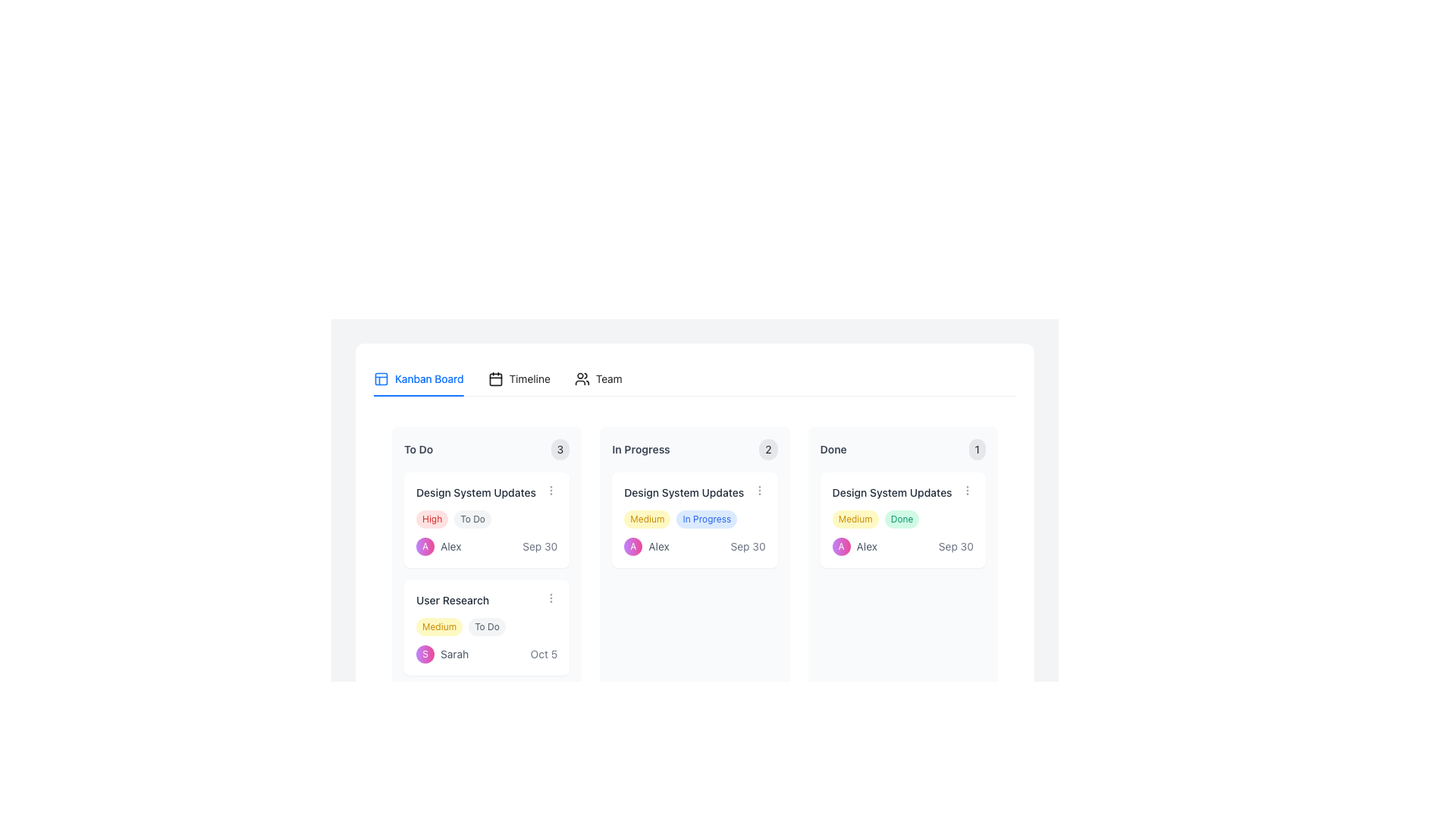 The width and height of the screenshot is (1456, 819). Describe the element at coordinates (598, 378) in the screenshot. I see `the 'Team' tab navigation button, which features a user icon and black text` at that location.